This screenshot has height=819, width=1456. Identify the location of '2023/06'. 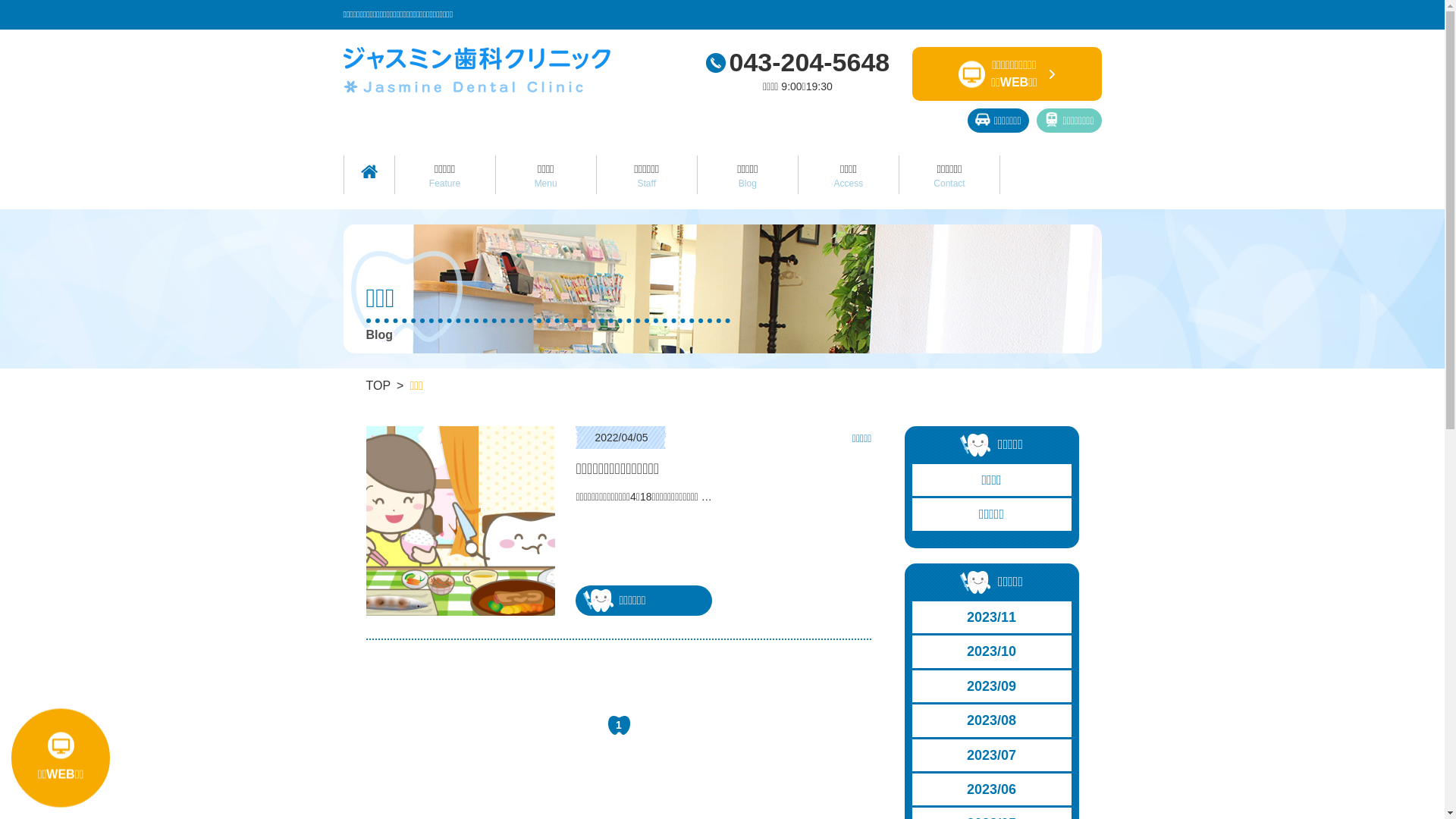
(912, 789).